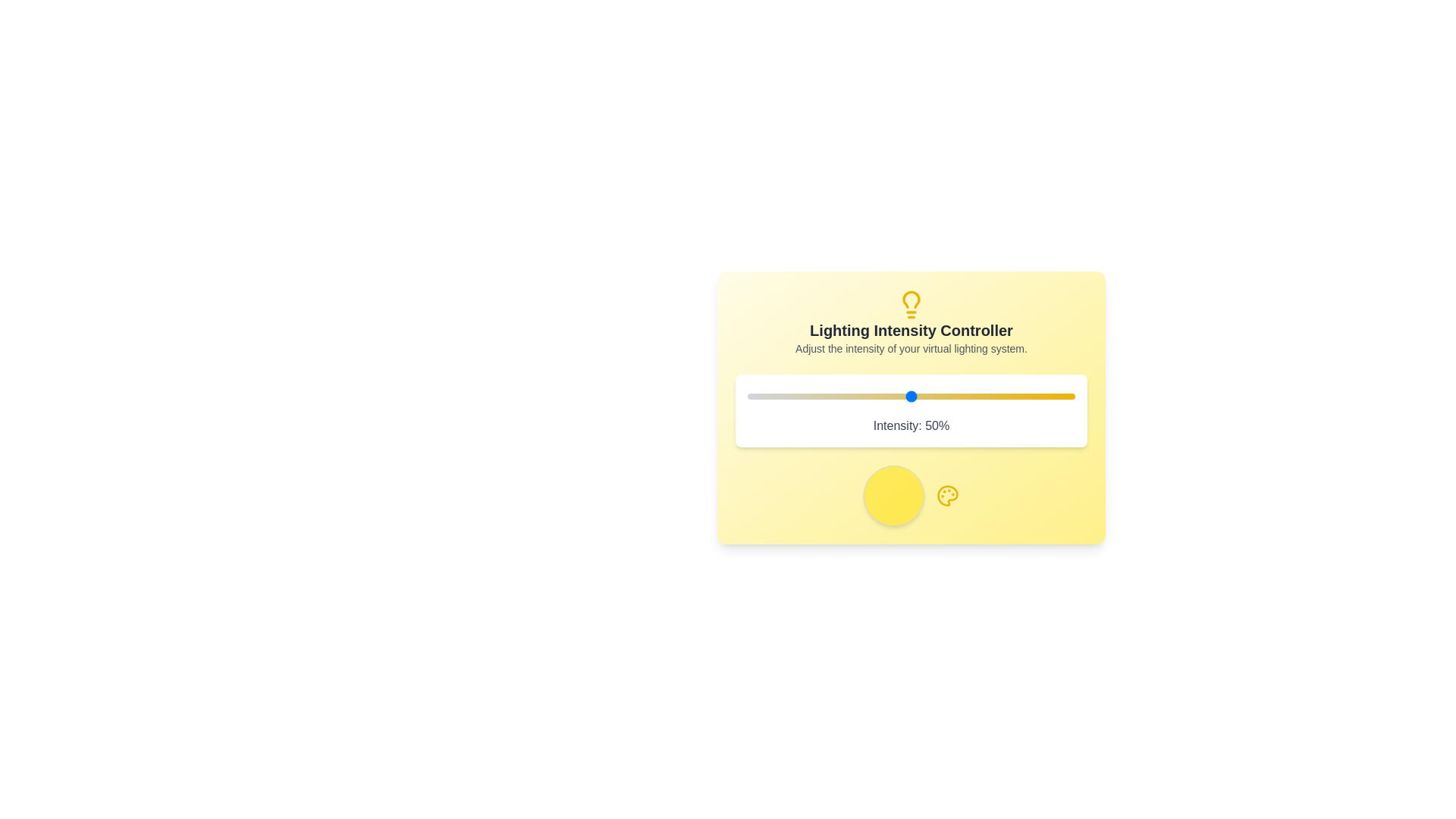 Image resolution: width=1456 pixels, height=819 pixels. Describe the element at coordinates (1026, 396) in the screenshot. I see `the slider to set the lighting intensity to 85%` at that location.